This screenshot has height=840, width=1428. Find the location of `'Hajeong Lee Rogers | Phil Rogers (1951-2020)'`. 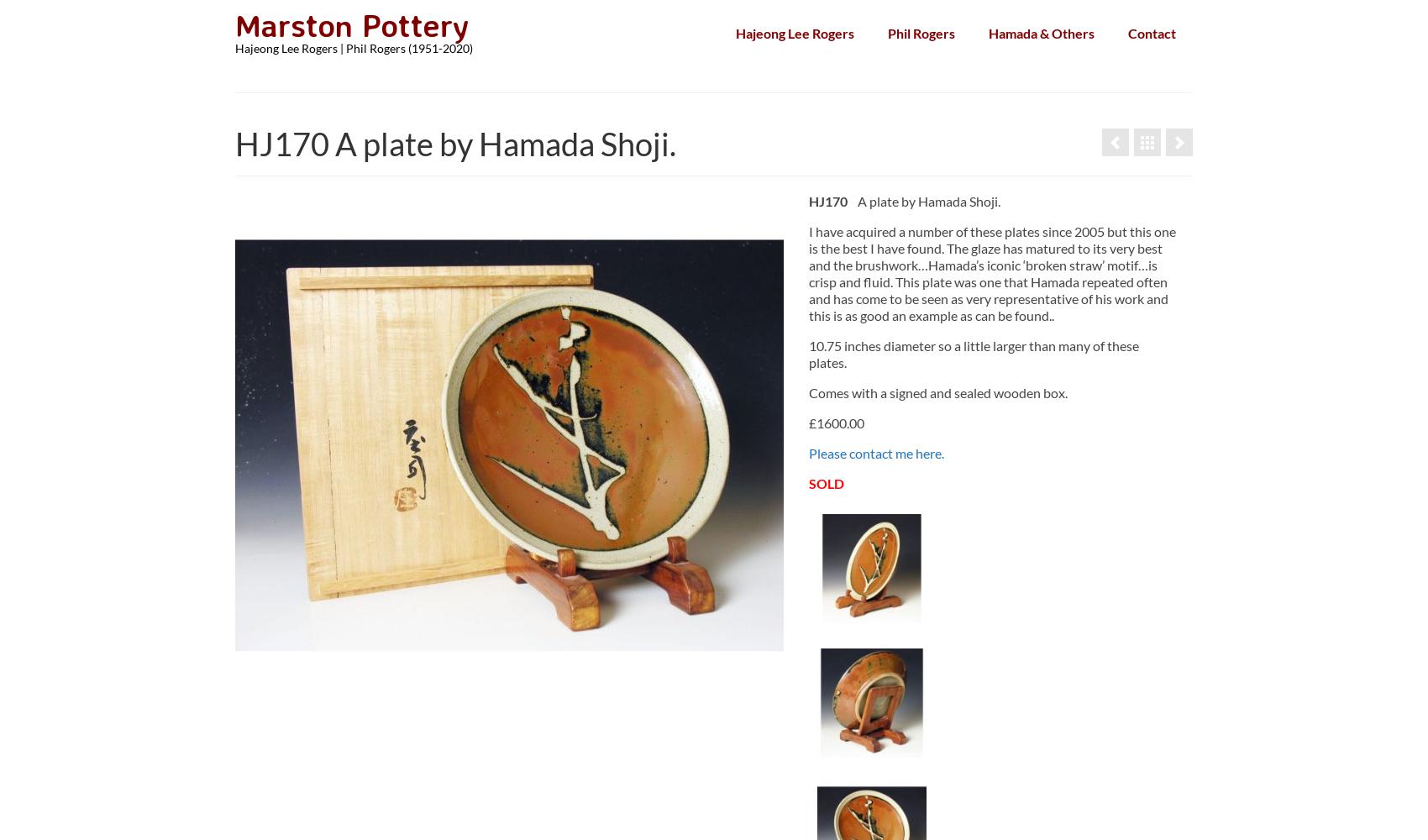

'Hajeong Lee Rogers | Phil Rogers (1951-2020)' is located at coordinates (353, 48).